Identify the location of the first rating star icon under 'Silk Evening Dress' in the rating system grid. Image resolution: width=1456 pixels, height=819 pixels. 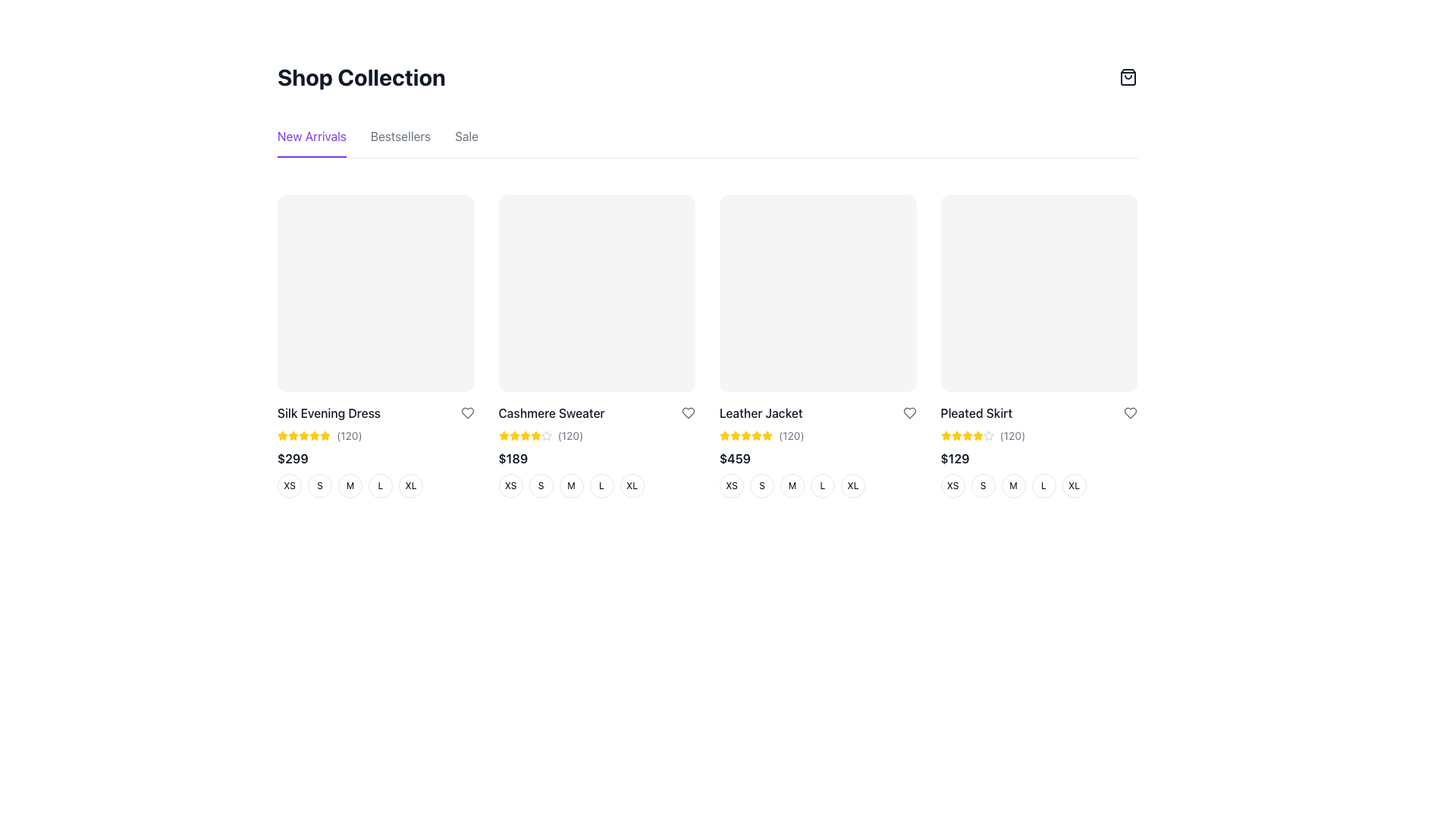
(293, 435).